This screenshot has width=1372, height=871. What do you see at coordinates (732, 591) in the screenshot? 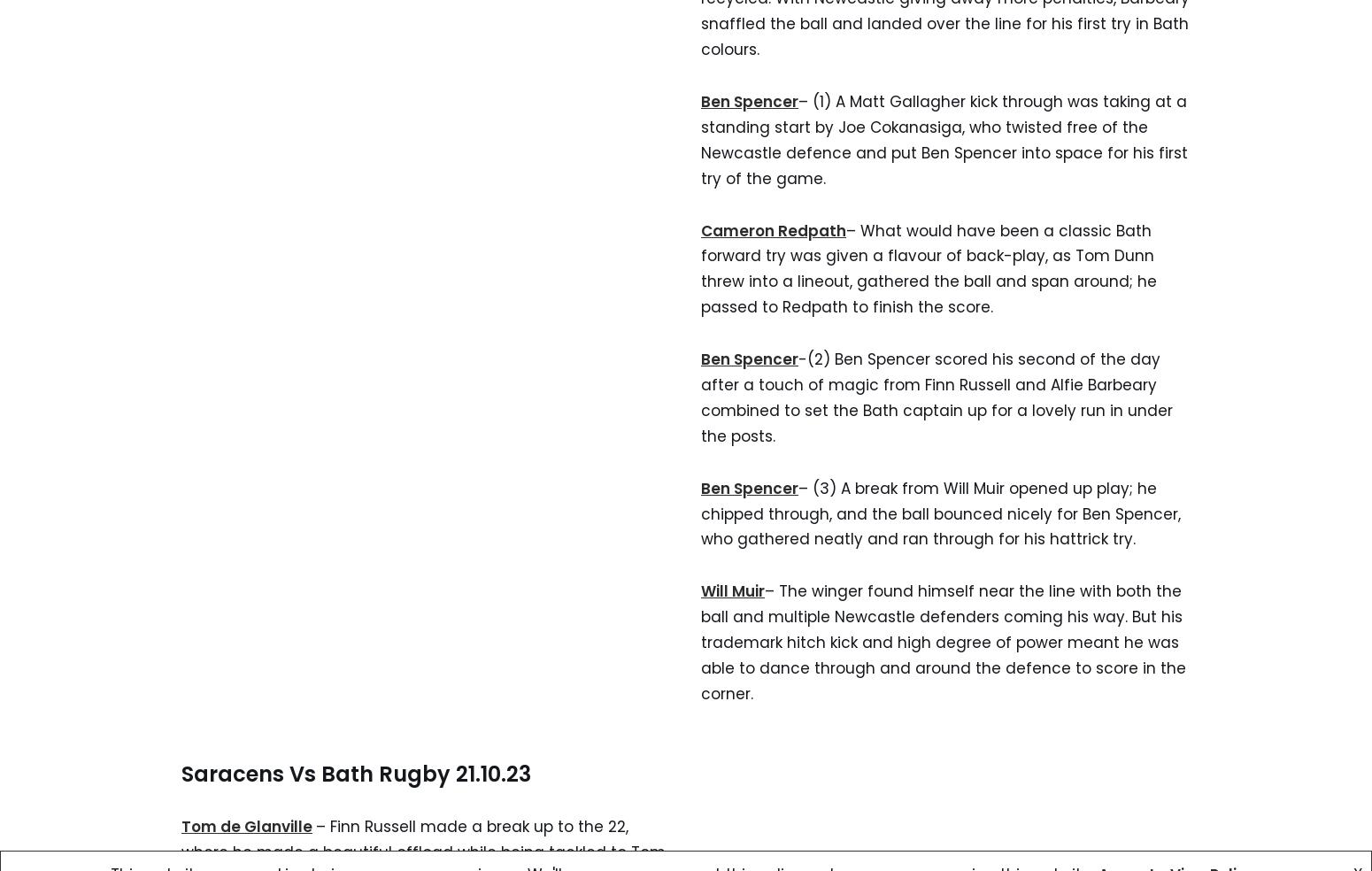
I see `'Will Muir'` at bounding box center [732, 591].